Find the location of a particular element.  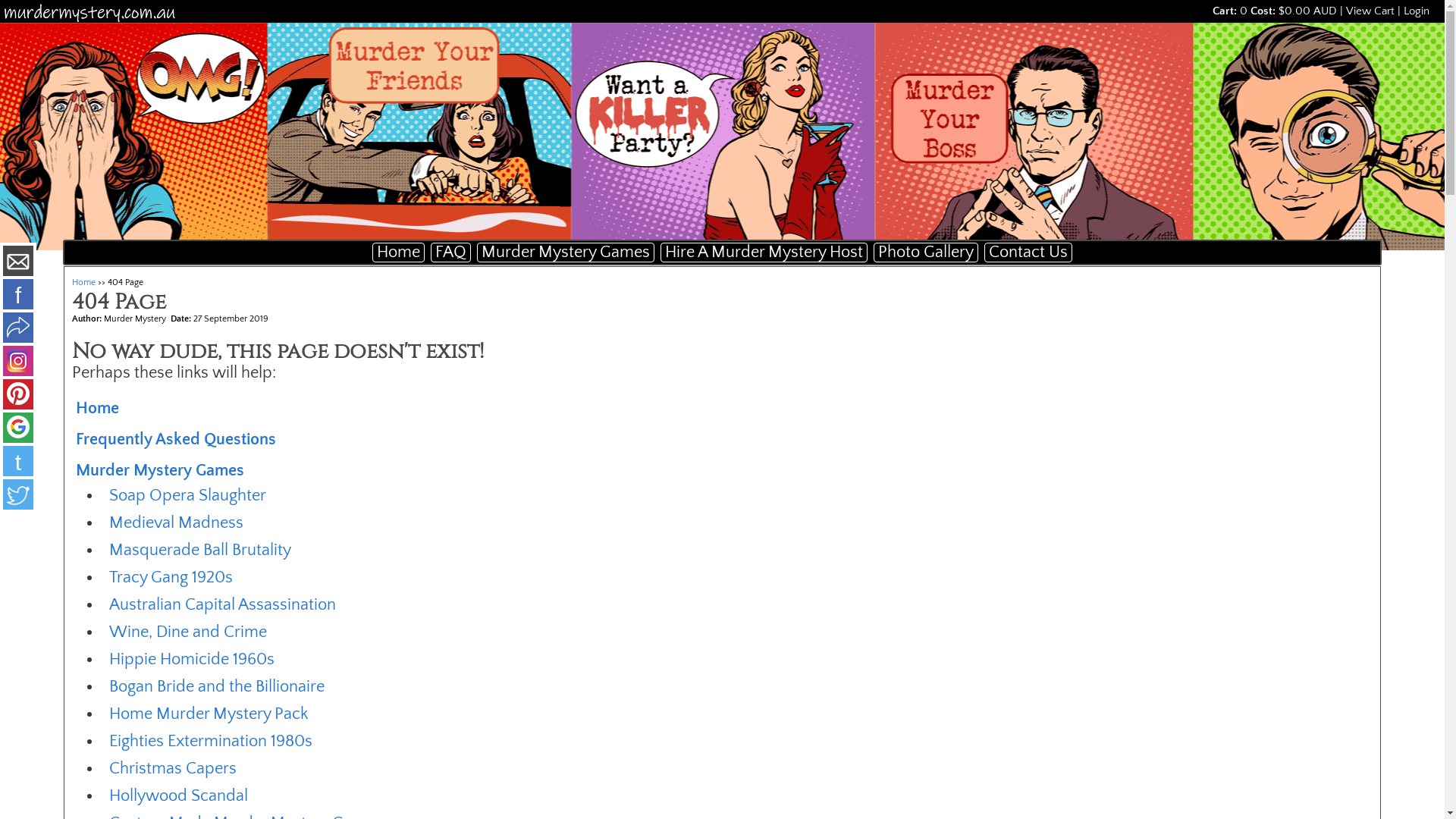

'f' is located at coordinates (18, 295).